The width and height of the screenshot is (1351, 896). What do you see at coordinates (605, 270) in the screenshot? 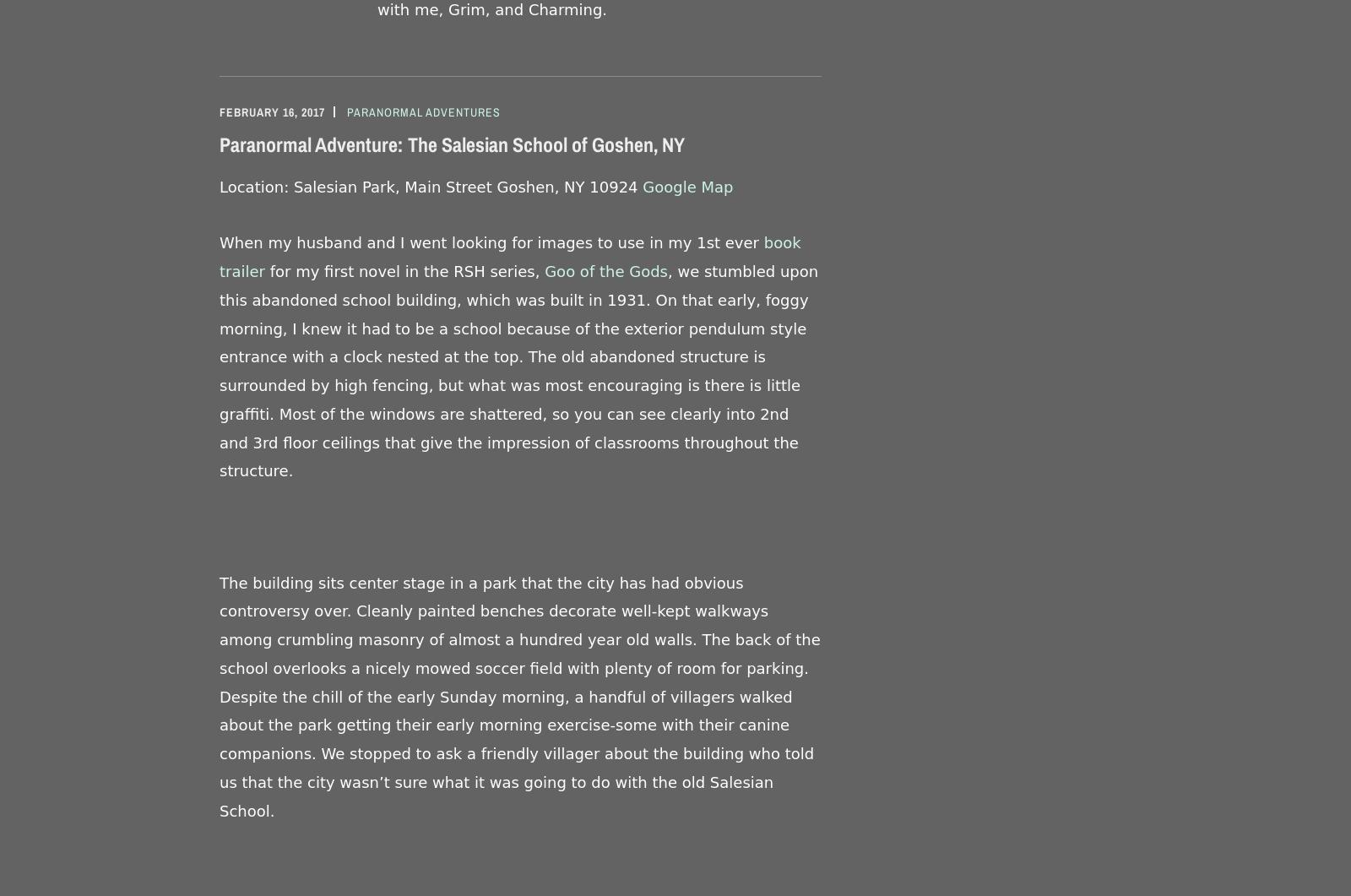
I see `'Goo of the Gods'` at bounding box center [605, 270].